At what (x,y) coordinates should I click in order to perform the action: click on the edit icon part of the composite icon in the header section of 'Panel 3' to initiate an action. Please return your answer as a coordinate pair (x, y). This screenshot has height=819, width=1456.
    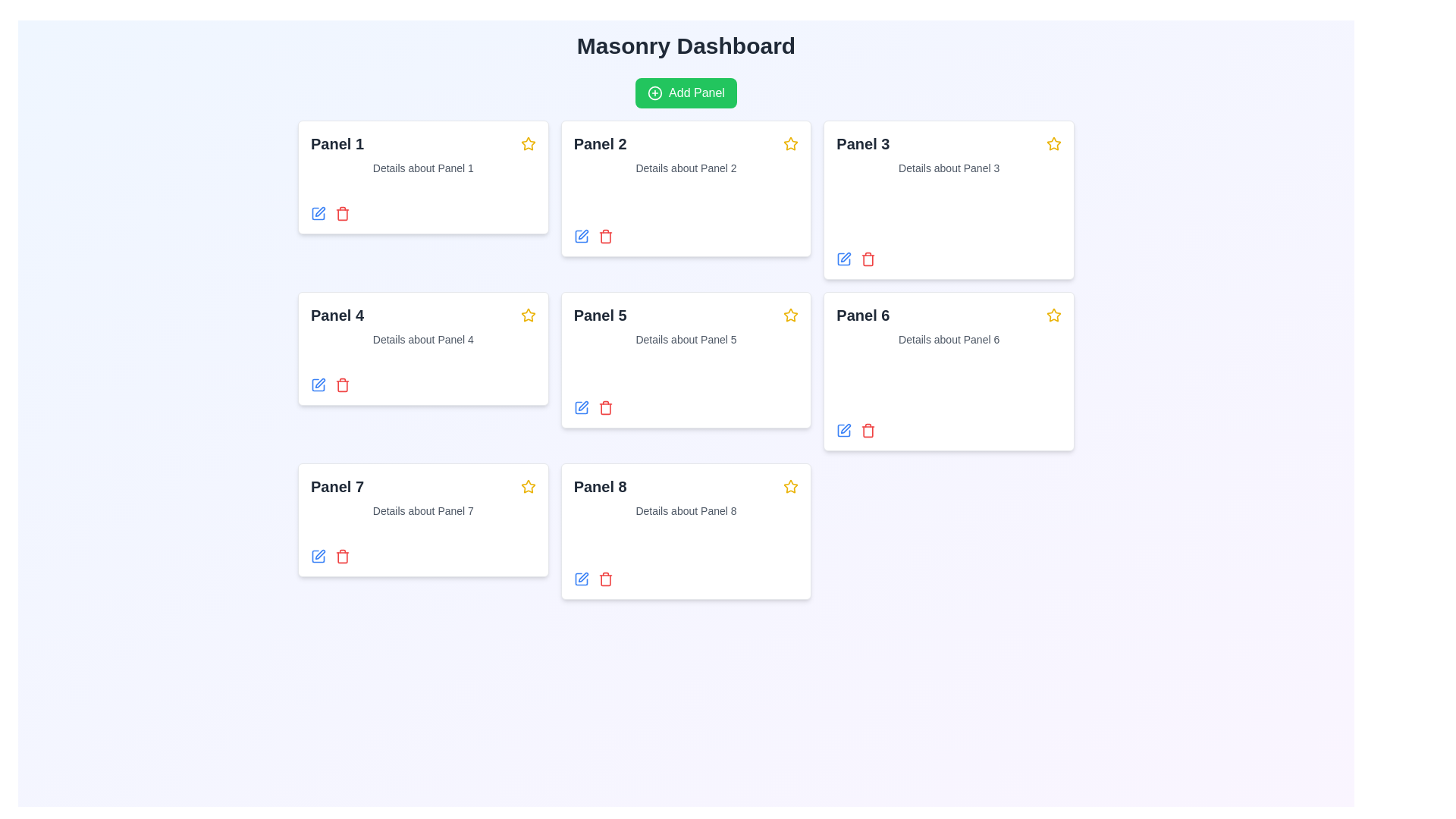
    Looking at the image, I should click on (843, 259).